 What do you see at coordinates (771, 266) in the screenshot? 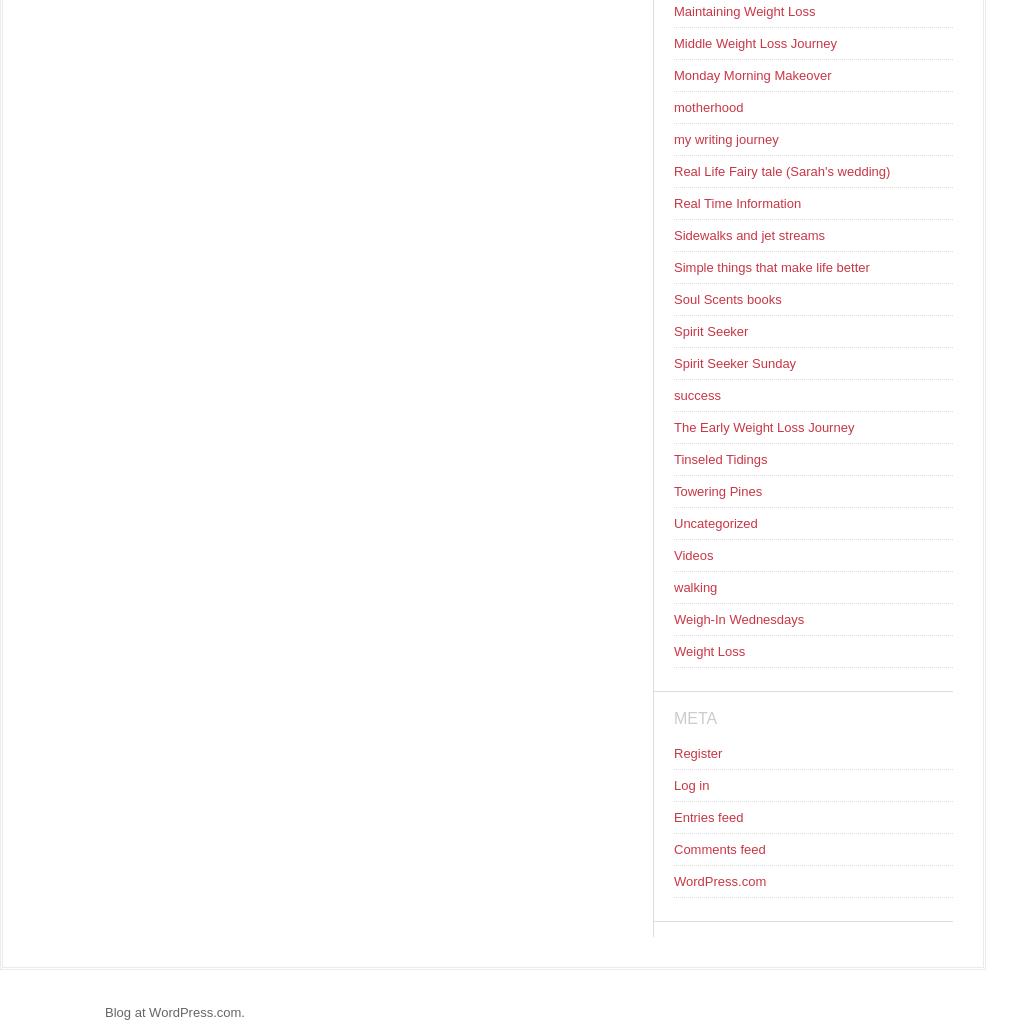
I see `'Simple things that make life better'` at bounding box center [771, 266].